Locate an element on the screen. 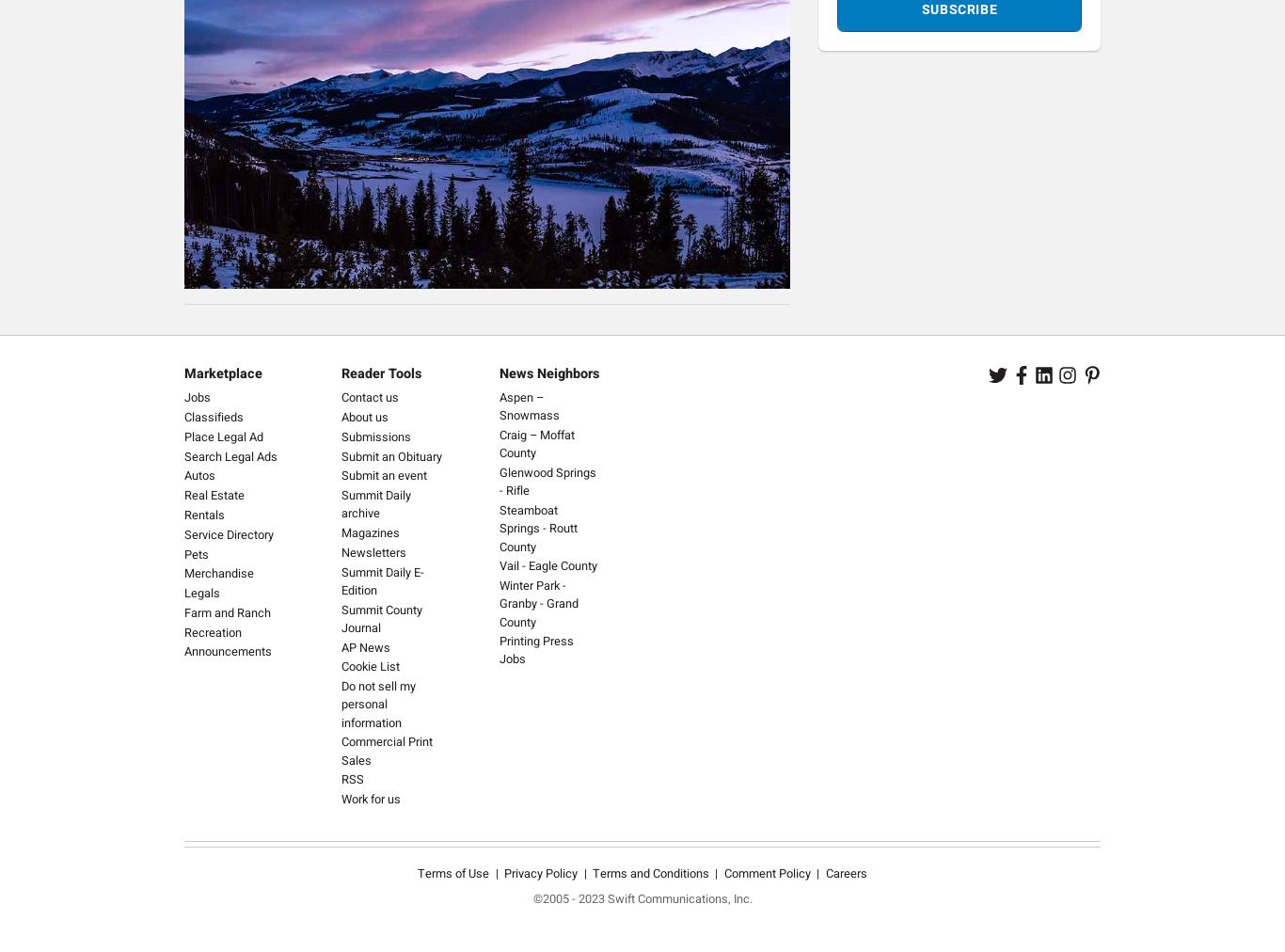 The image size is (1285, 952). 'Reader Tools' is located at coordinates (380, 373).